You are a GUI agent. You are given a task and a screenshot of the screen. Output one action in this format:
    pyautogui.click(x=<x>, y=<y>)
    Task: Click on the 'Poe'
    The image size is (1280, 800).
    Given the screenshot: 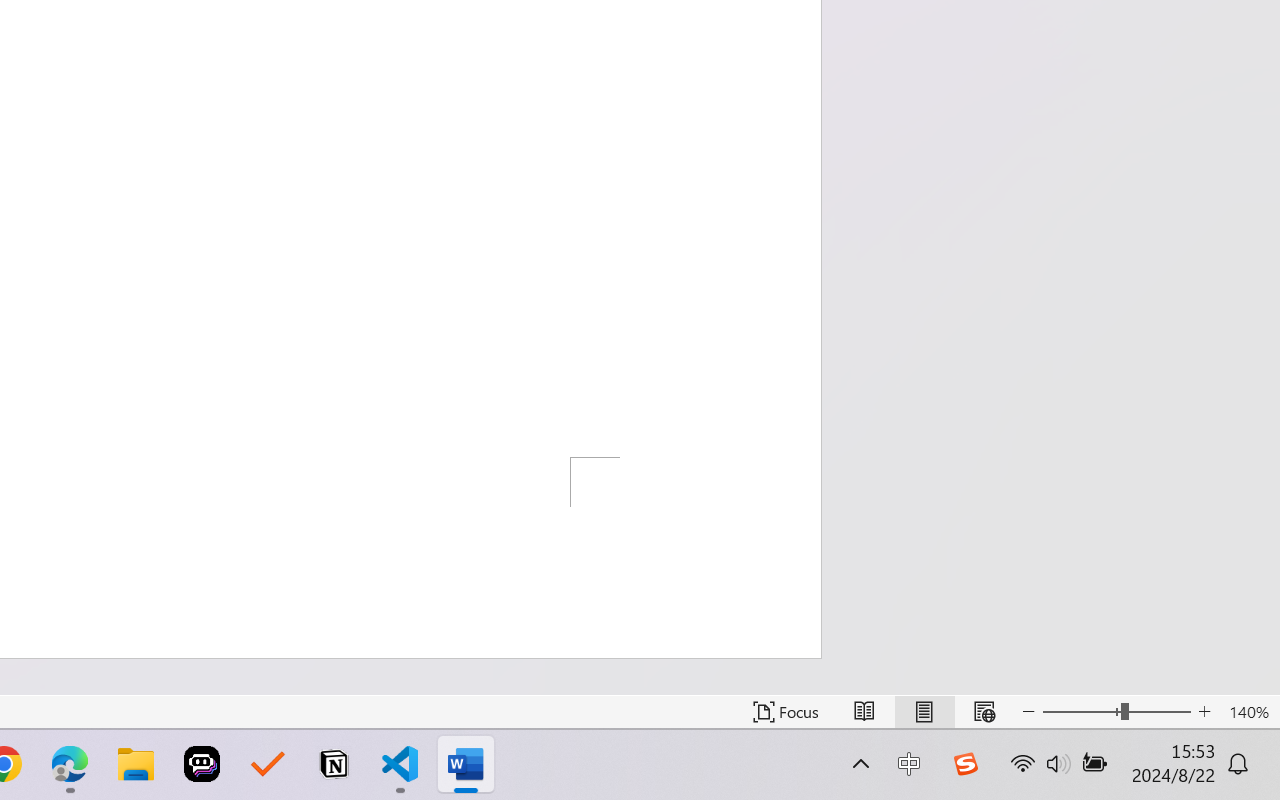 What is the action you would take?
    pyautogui.click(x=202, y=764)
    